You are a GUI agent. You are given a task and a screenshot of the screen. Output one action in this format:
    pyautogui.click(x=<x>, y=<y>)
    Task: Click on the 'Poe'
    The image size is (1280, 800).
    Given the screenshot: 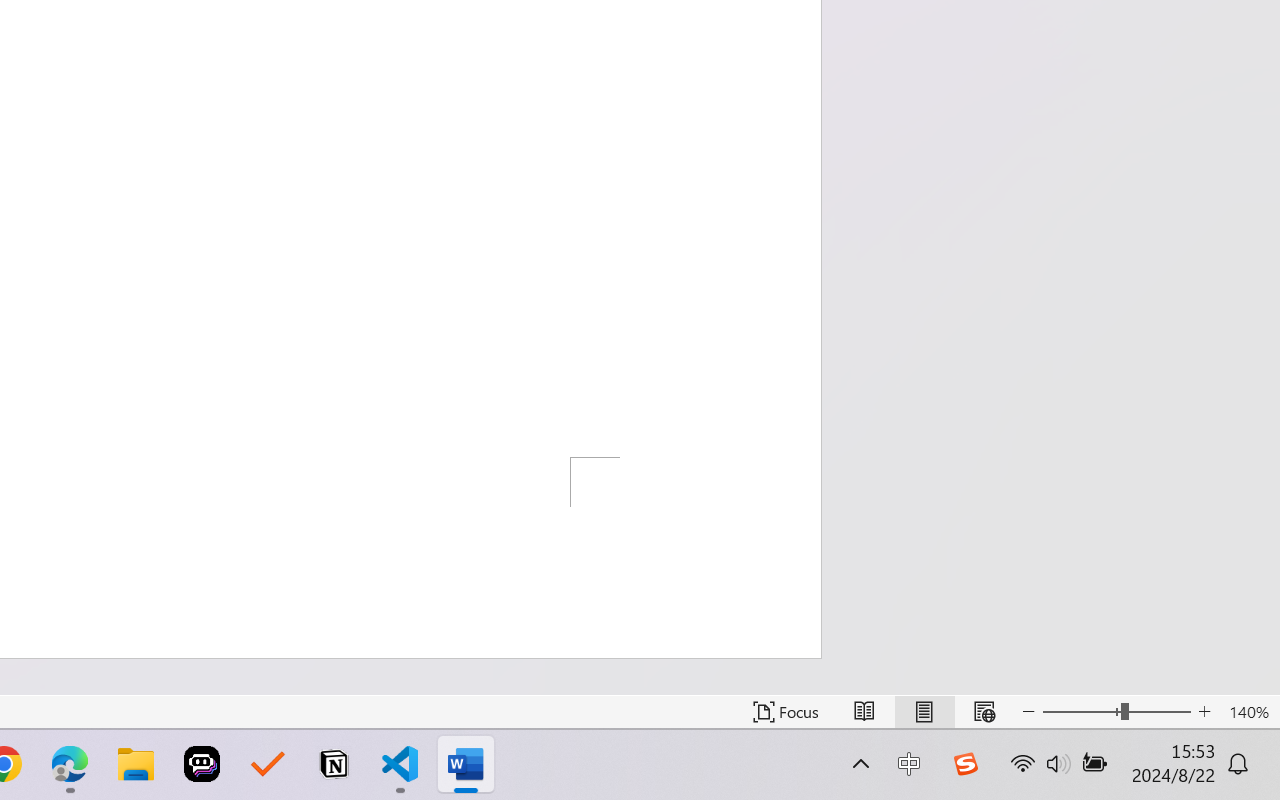 What is the action you would take?
    pyautogui.click(x=202, y=764)
    